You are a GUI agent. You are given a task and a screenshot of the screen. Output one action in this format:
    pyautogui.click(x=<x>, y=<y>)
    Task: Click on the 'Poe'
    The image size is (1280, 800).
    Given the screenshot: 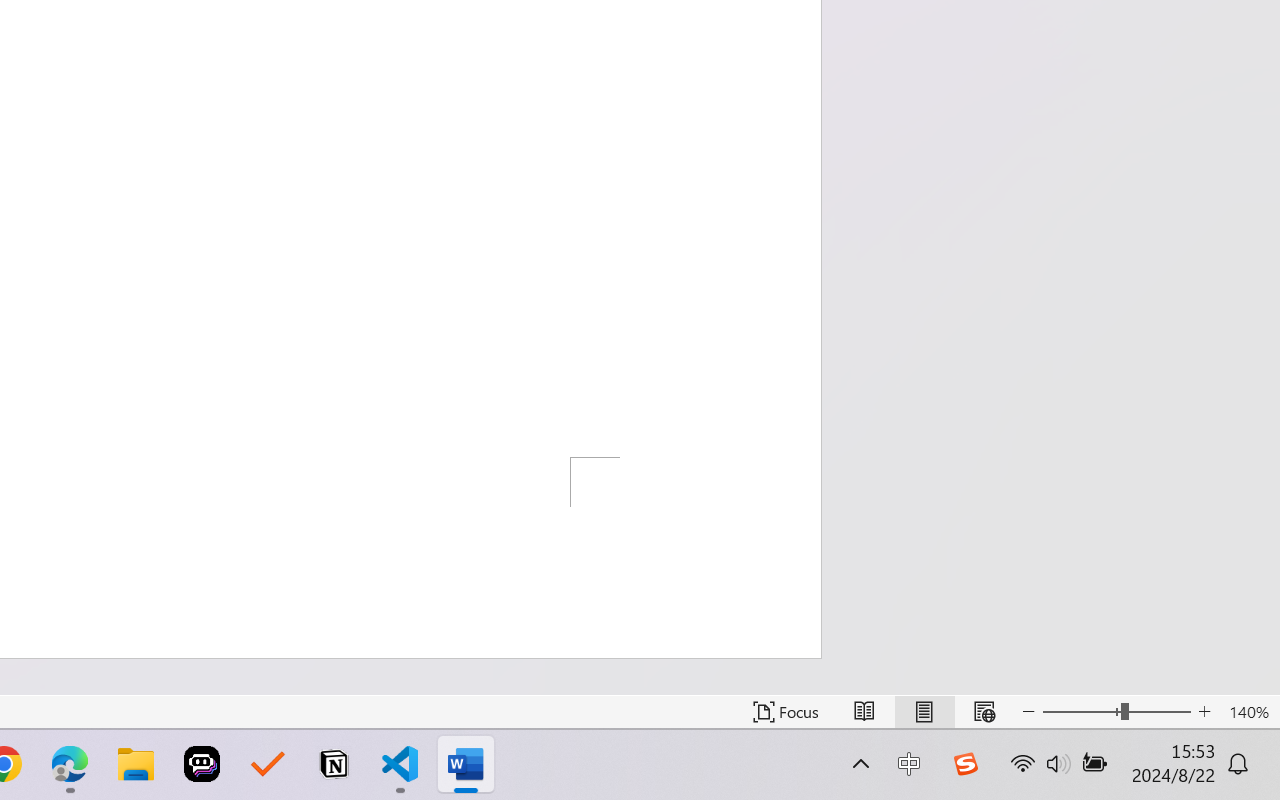 What is the action you would take?
    pyautogui.click(x=202, y=764)
    